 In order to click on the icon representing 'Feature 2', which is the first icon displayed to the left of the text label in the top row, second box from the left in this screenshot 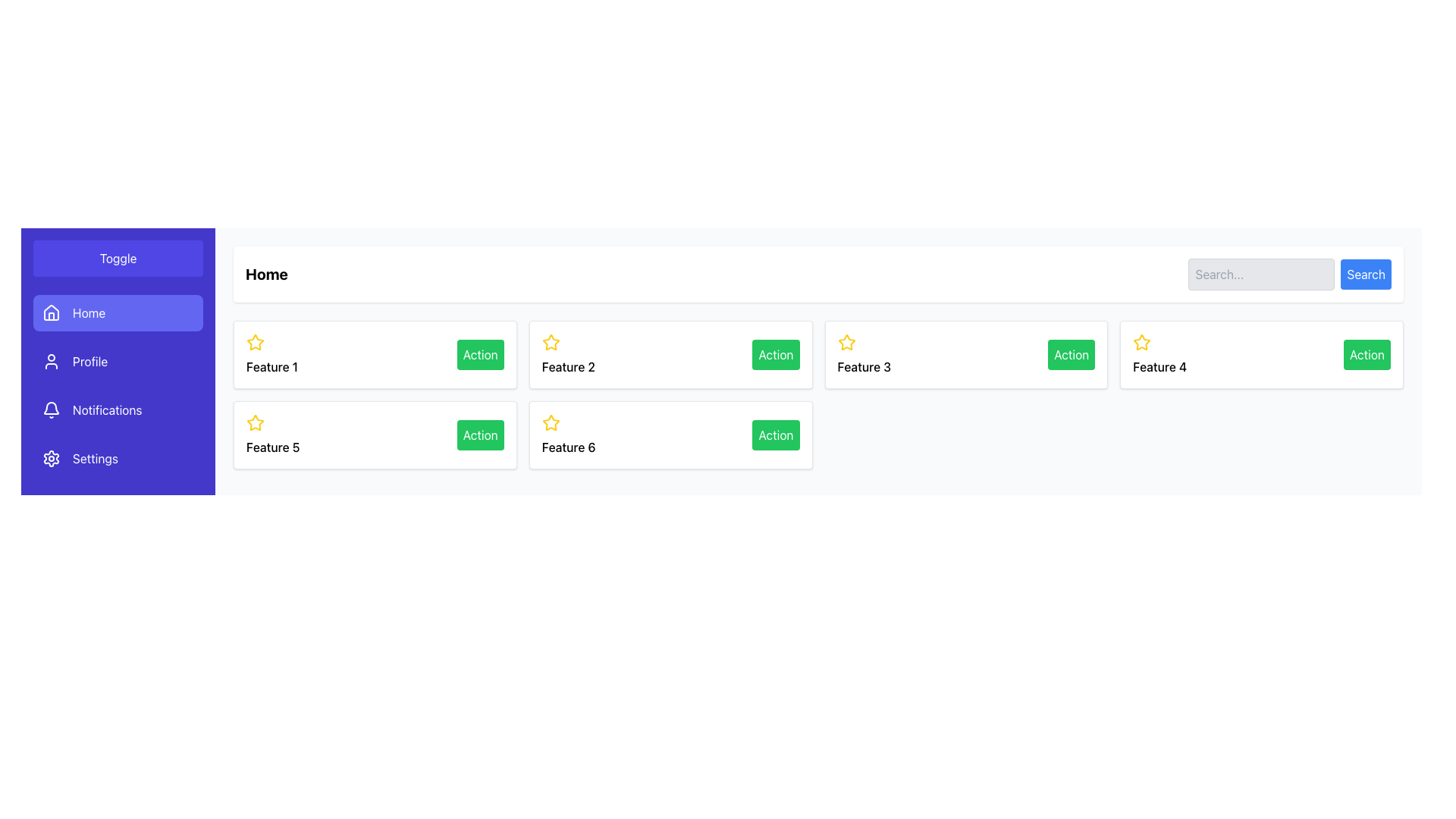, I will do `click(550, 342)`.